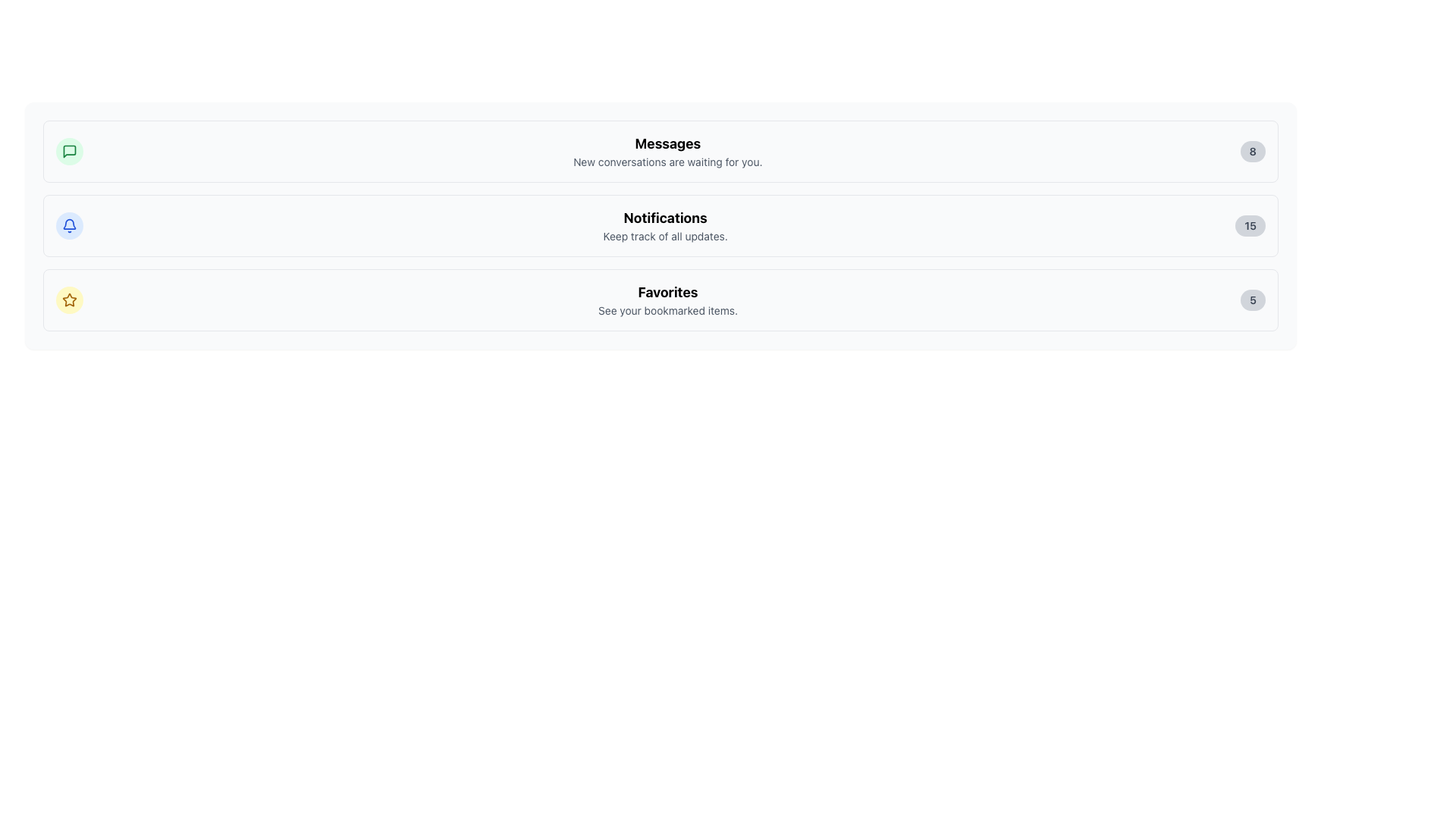  Describe the element at coordinates (661, 152) in the screenshot. I see `the first clickable list item related` at that location.